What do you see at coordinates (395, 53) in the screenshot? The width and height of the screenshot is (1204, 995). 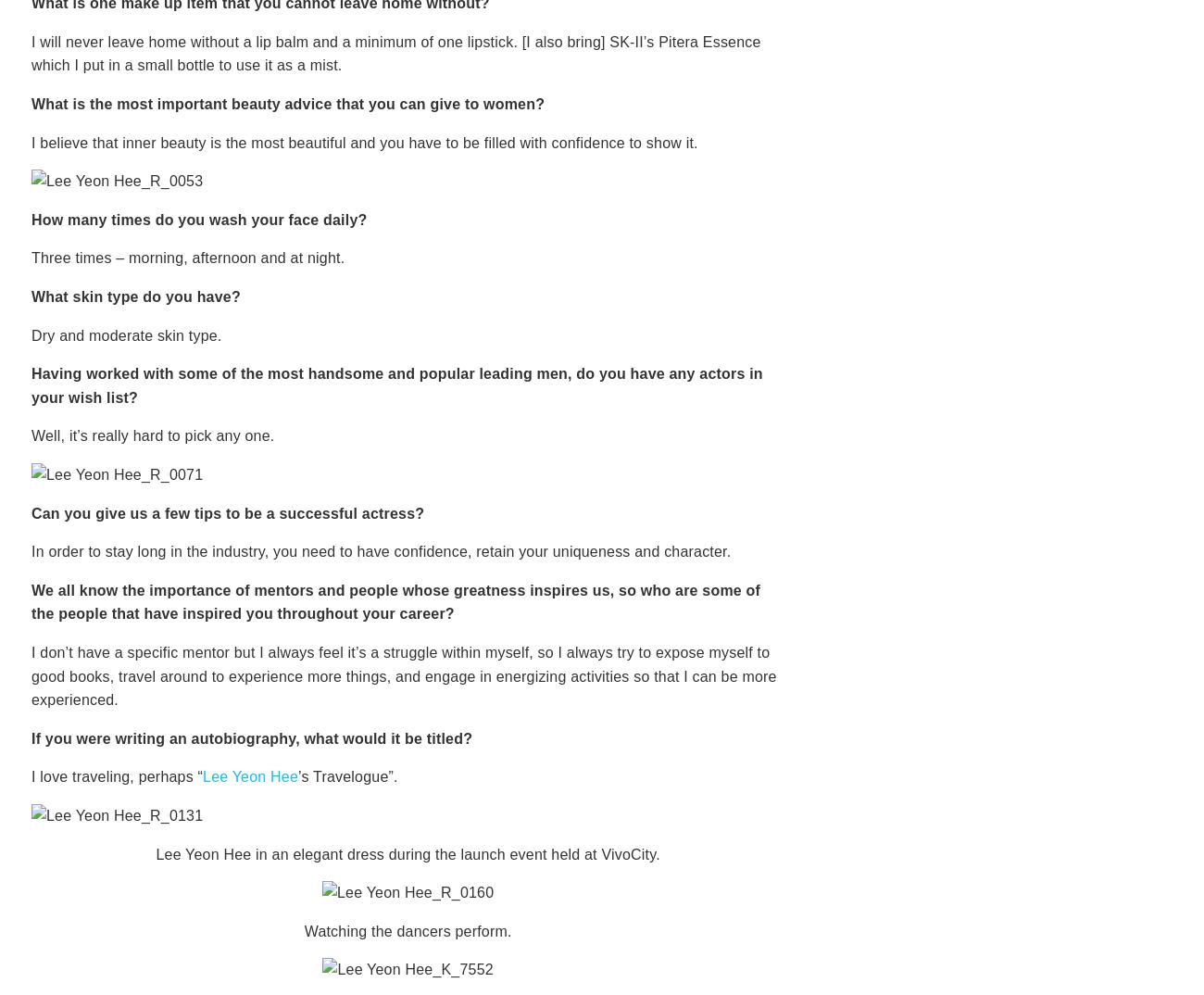 I see `'I will never leave home without a lip balm and a minimum of one lipstick. [I also bring] SK-II’s Pitera Essence which I put in a small bottle to use it as a mist.'` at bounding box center [395, 53].